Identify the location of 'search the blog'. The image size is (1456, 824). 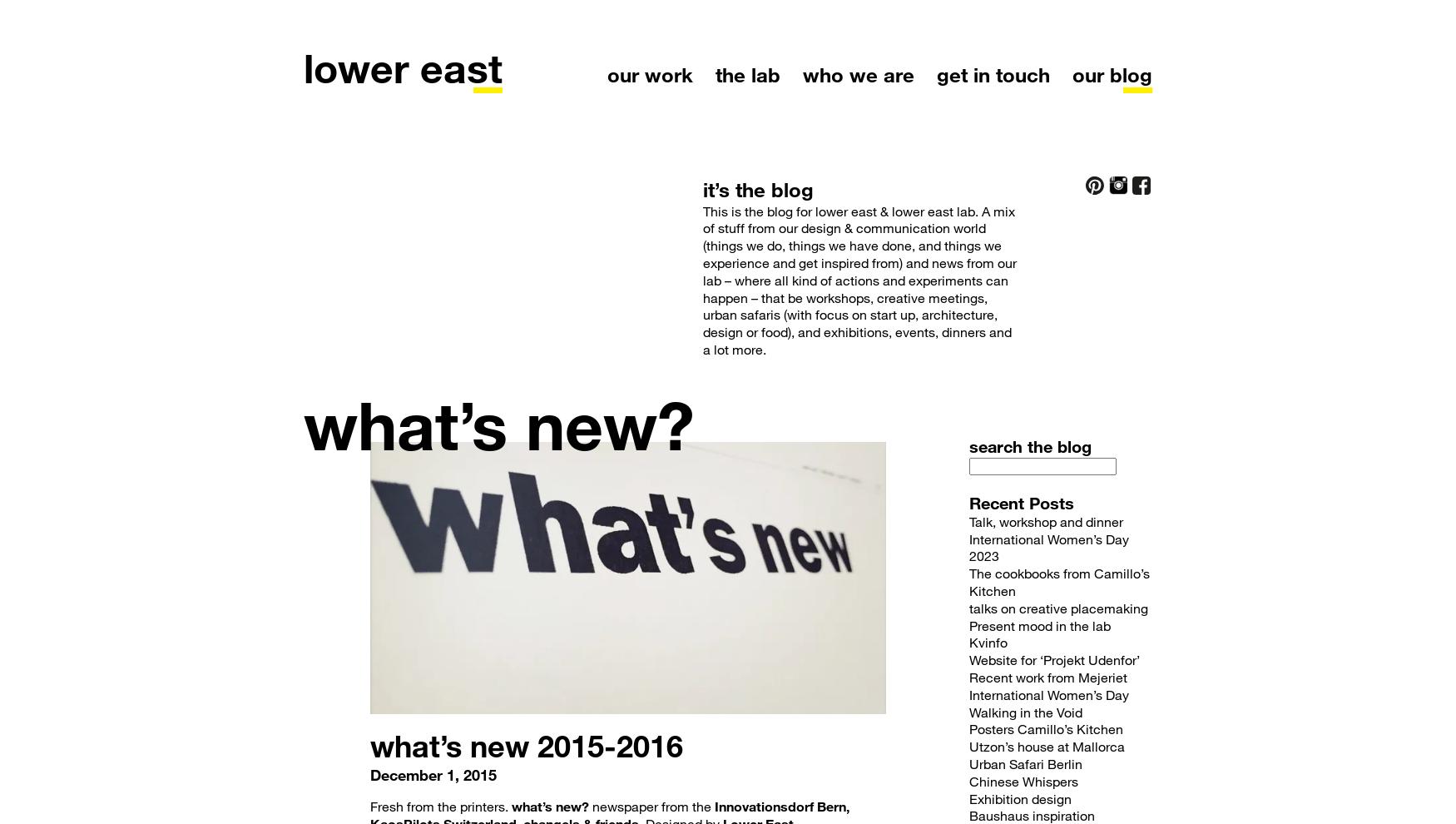
(1030, 444).